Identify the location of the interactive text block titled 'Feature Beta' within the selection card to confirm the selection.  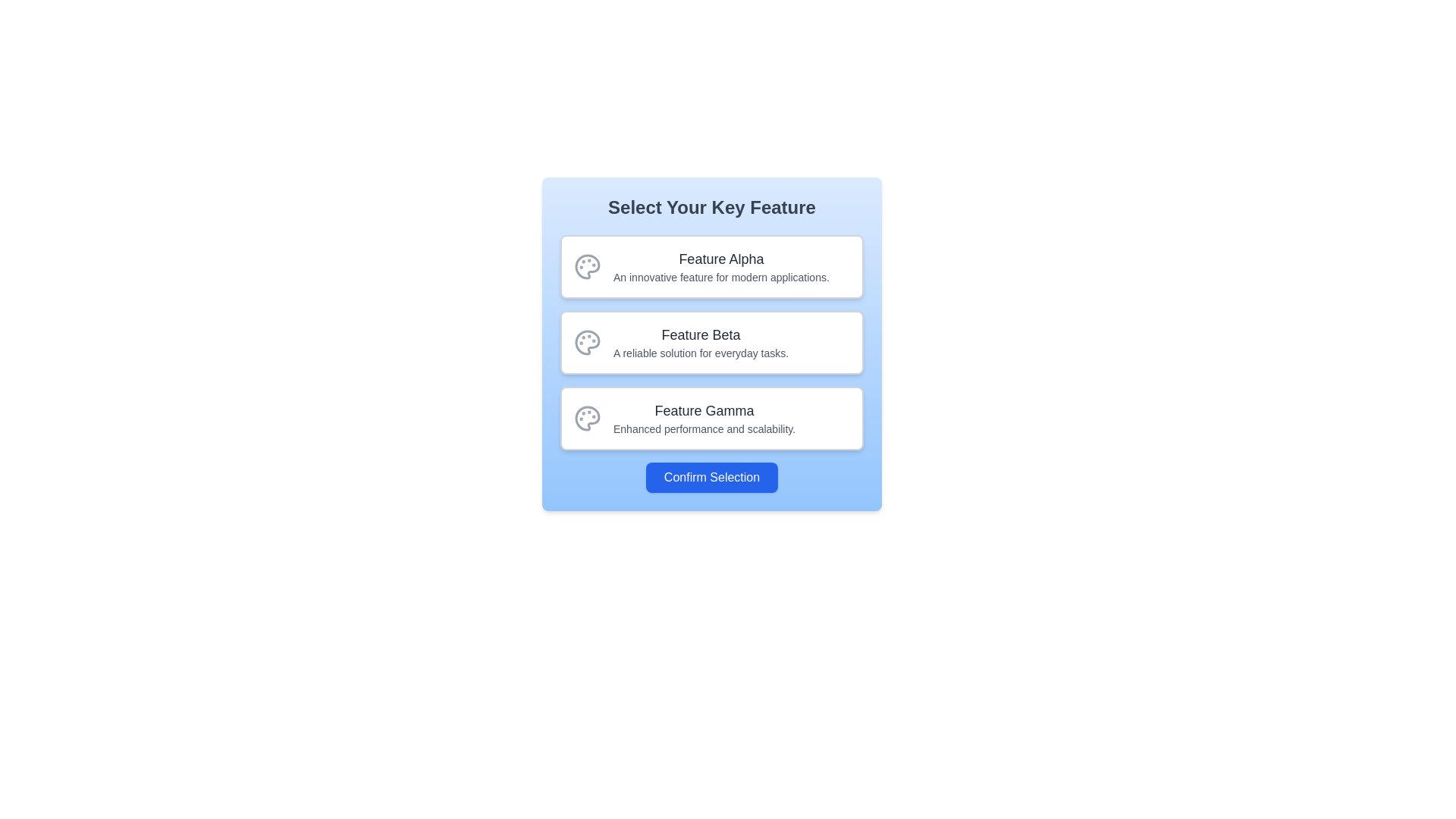
(700, 342).